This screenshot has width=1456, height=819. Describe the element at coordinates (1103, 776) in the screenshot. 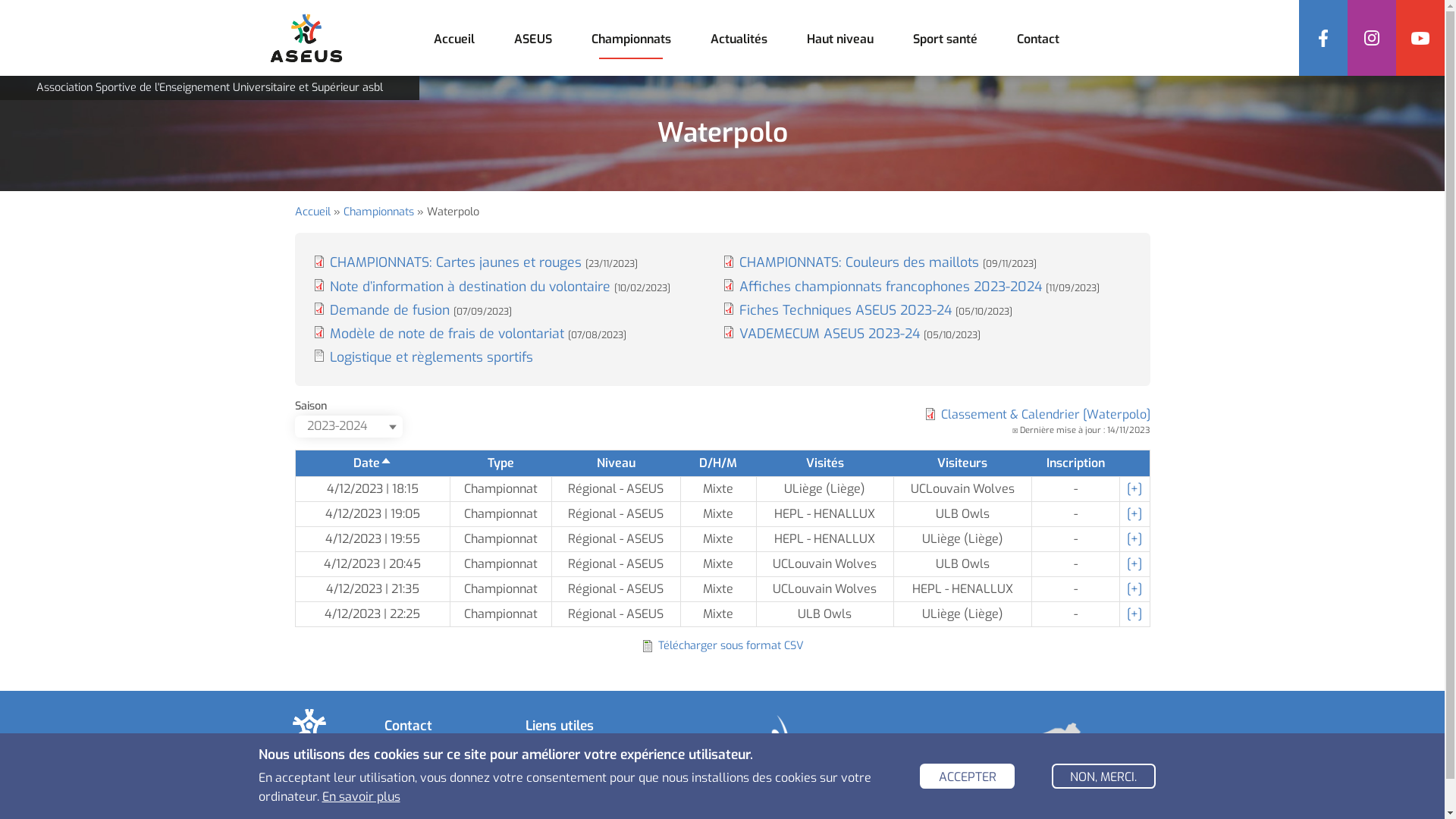

I see `'NON, MERCI.'` at that location.